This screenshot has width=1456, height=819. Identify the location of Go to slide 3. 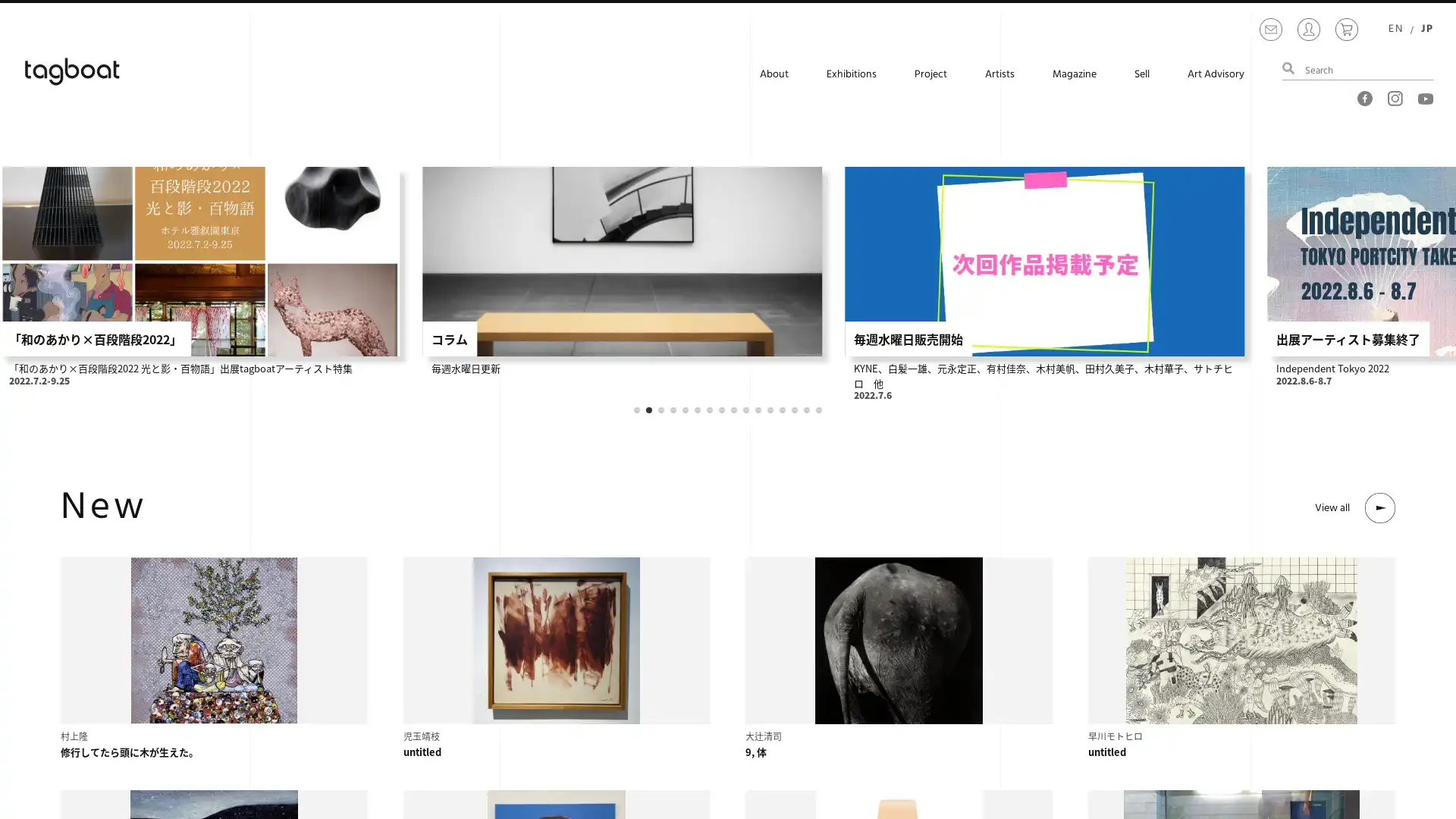
(661, 409).